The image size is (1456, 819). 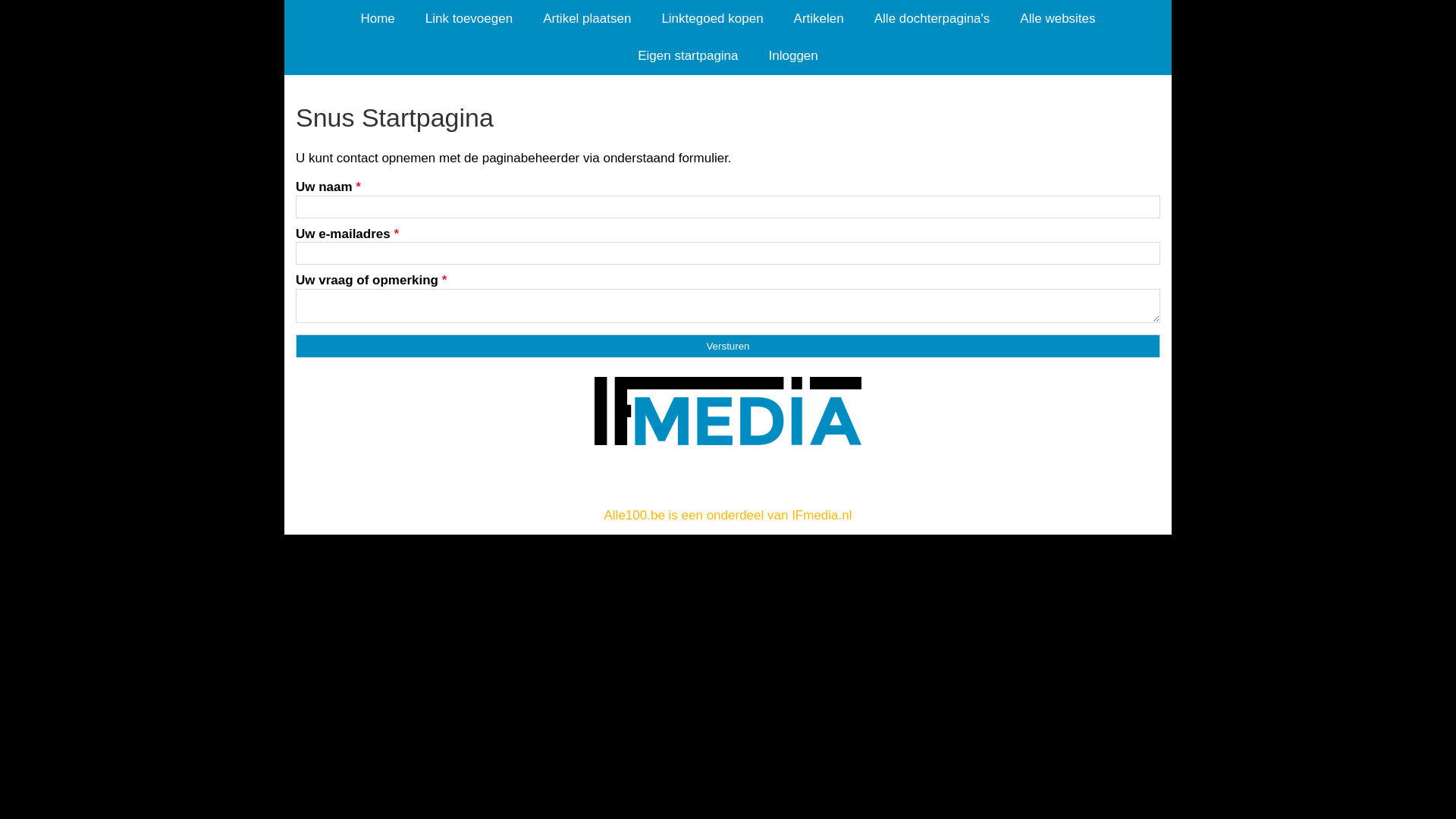 What do you see at coordinates (792, 55) in the screenshot?
I see `'Inloggen'` at bounding box center [792, 55].